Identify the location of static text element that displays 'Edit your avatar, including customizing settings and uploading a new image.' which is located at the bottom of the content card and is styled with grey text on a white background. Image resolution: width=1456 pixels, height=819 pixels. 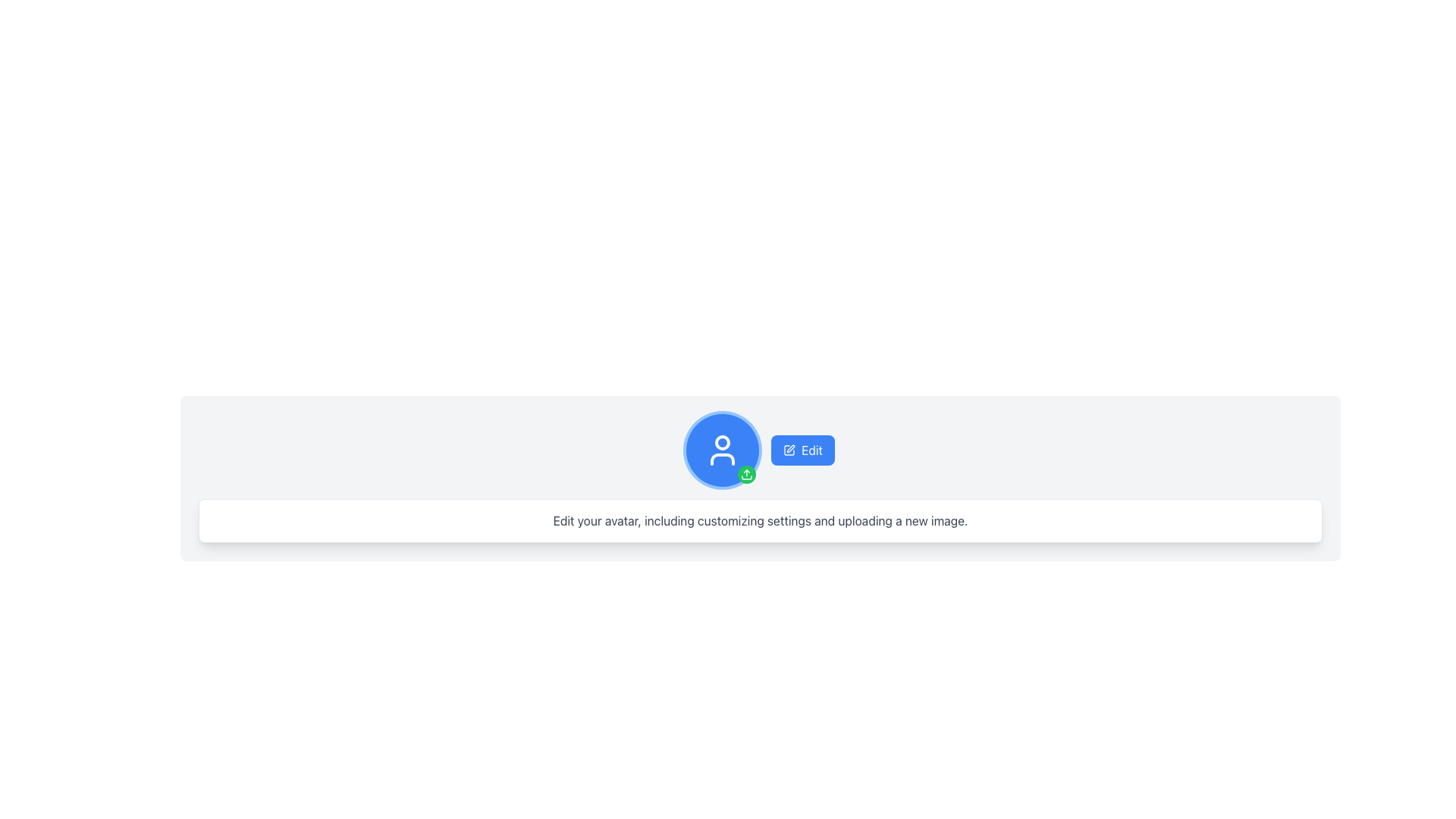
(761, 519).